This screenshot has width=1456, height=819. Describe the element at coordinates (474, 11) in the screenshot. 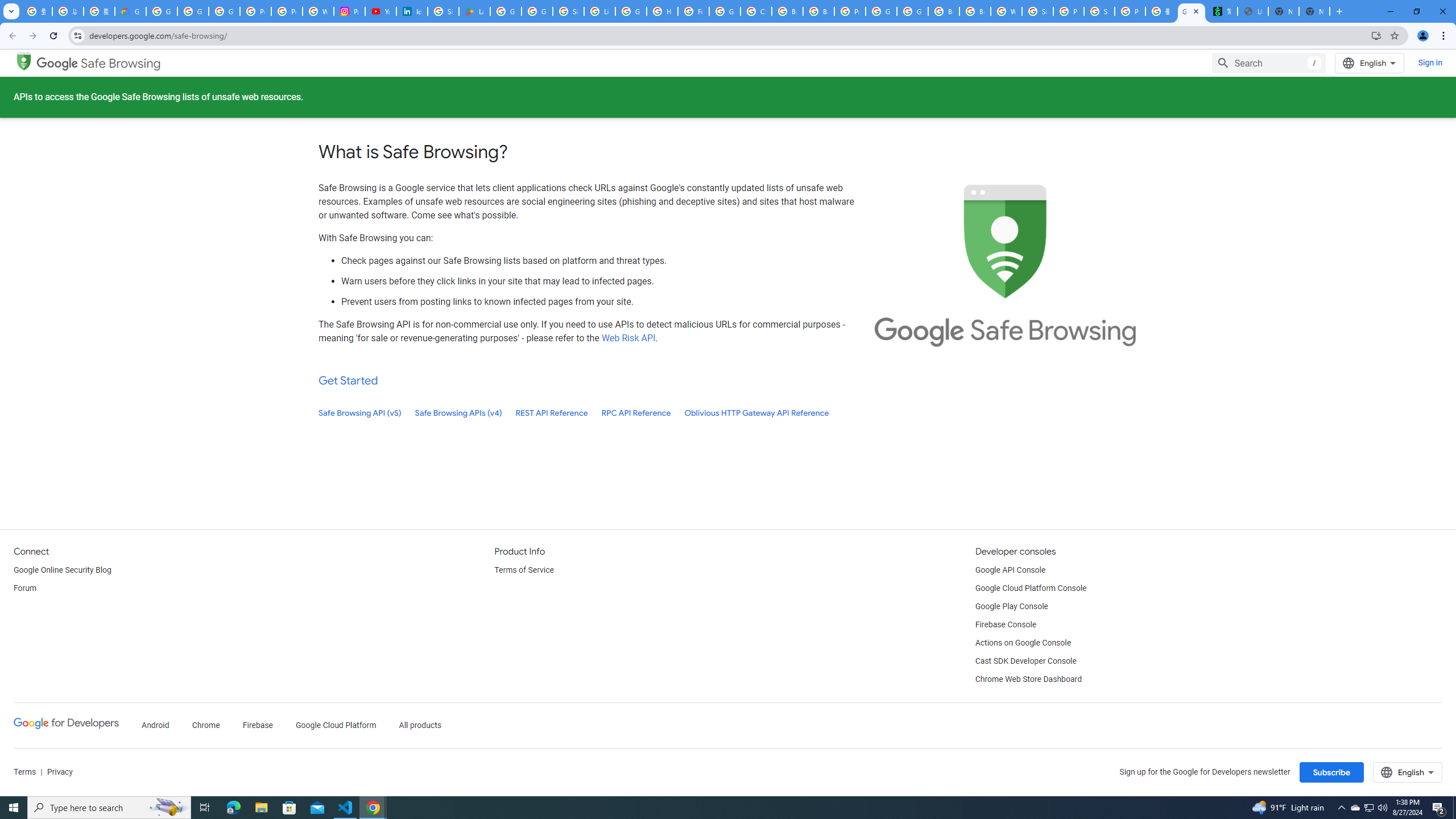

I see `'Last Shelter: Survival - Apps on Google Play'` at that location.